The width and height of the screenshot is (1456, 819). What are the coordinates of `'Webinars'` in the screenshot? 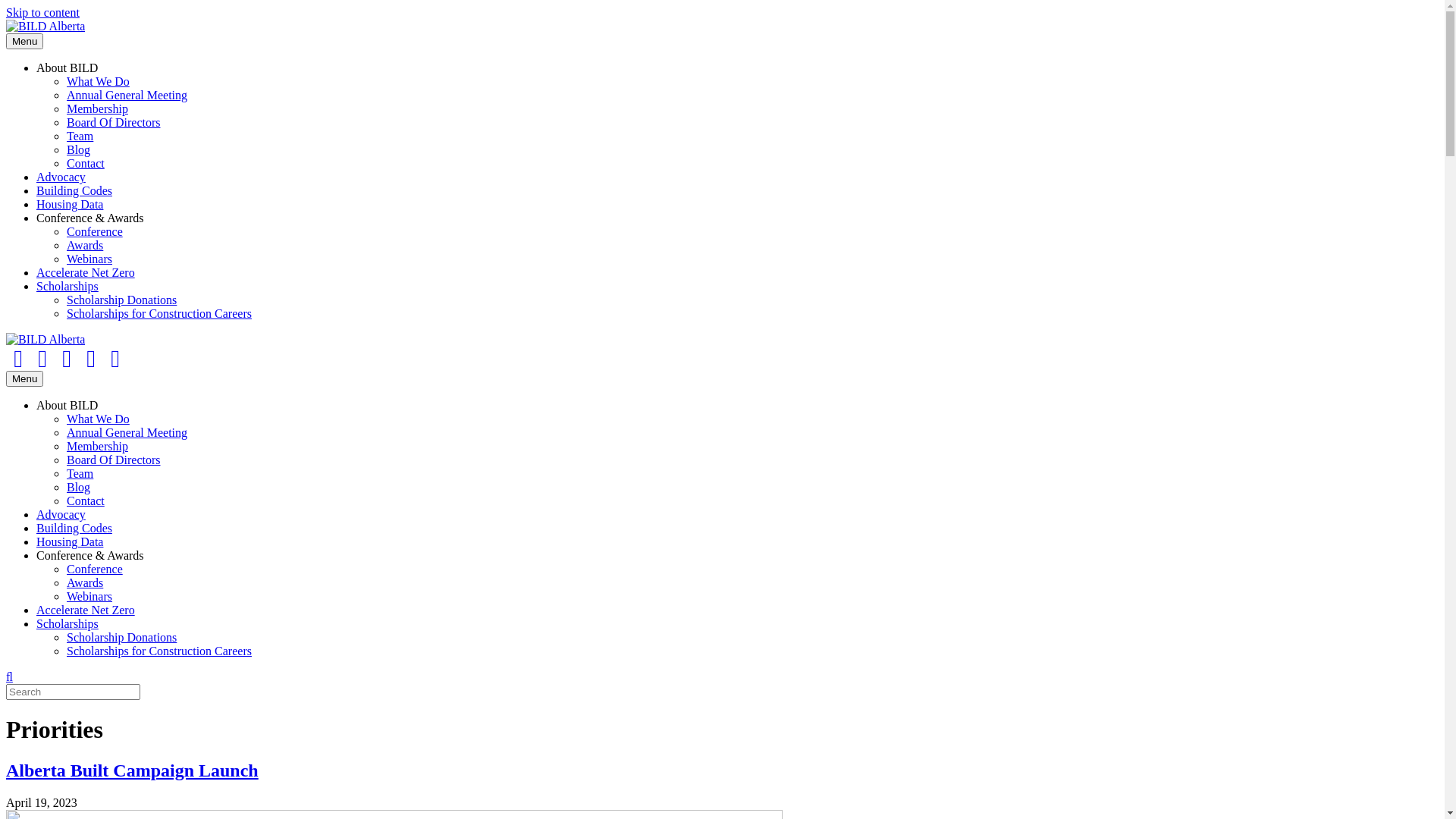 It's located at (89, 258).